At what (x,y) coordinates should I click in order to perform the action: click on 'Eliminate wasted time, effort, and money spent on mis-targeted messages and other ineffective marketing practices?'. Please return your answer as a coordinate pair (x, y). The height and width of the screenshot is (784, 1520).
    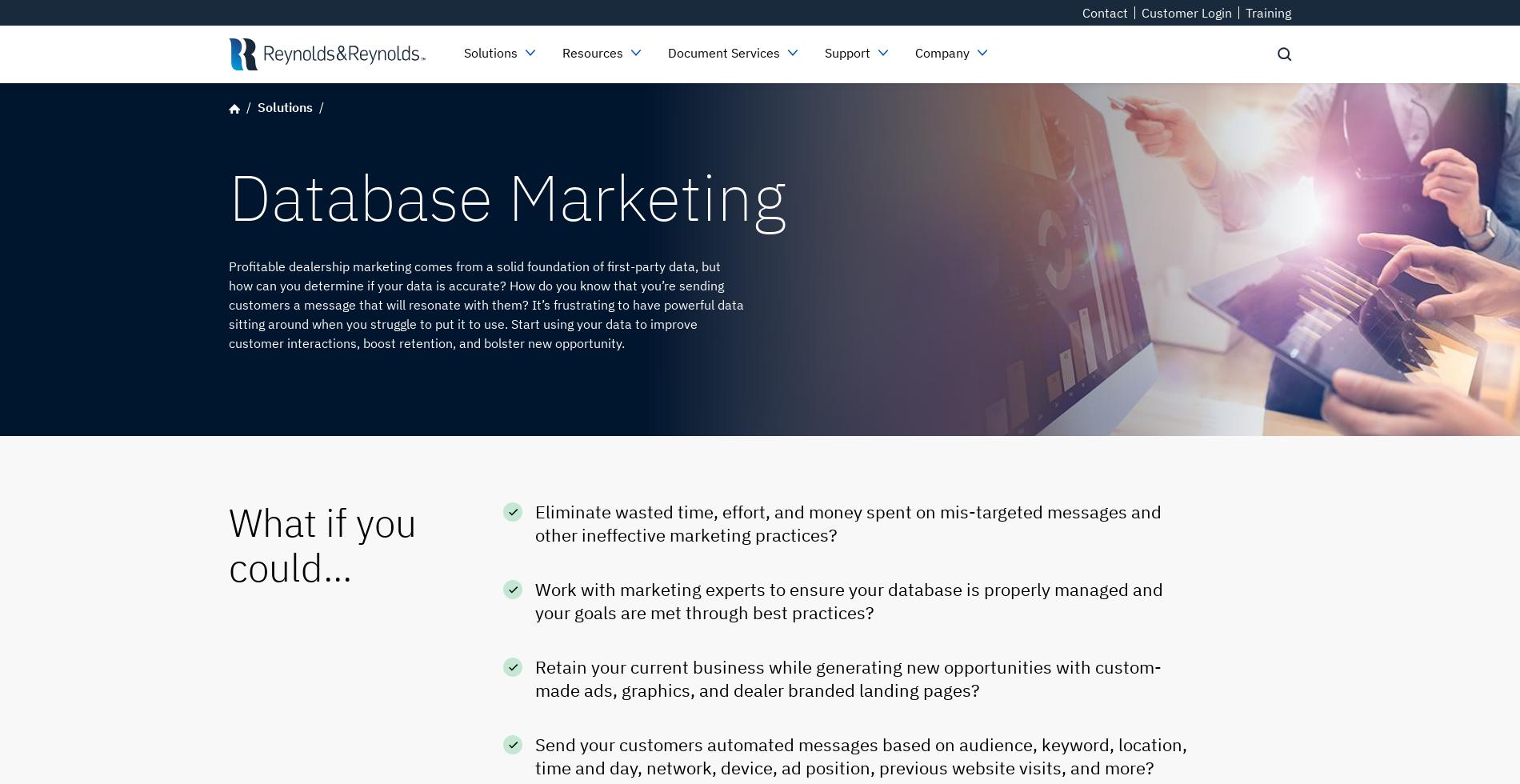
    Looking at the image, I should click on (848, 522).